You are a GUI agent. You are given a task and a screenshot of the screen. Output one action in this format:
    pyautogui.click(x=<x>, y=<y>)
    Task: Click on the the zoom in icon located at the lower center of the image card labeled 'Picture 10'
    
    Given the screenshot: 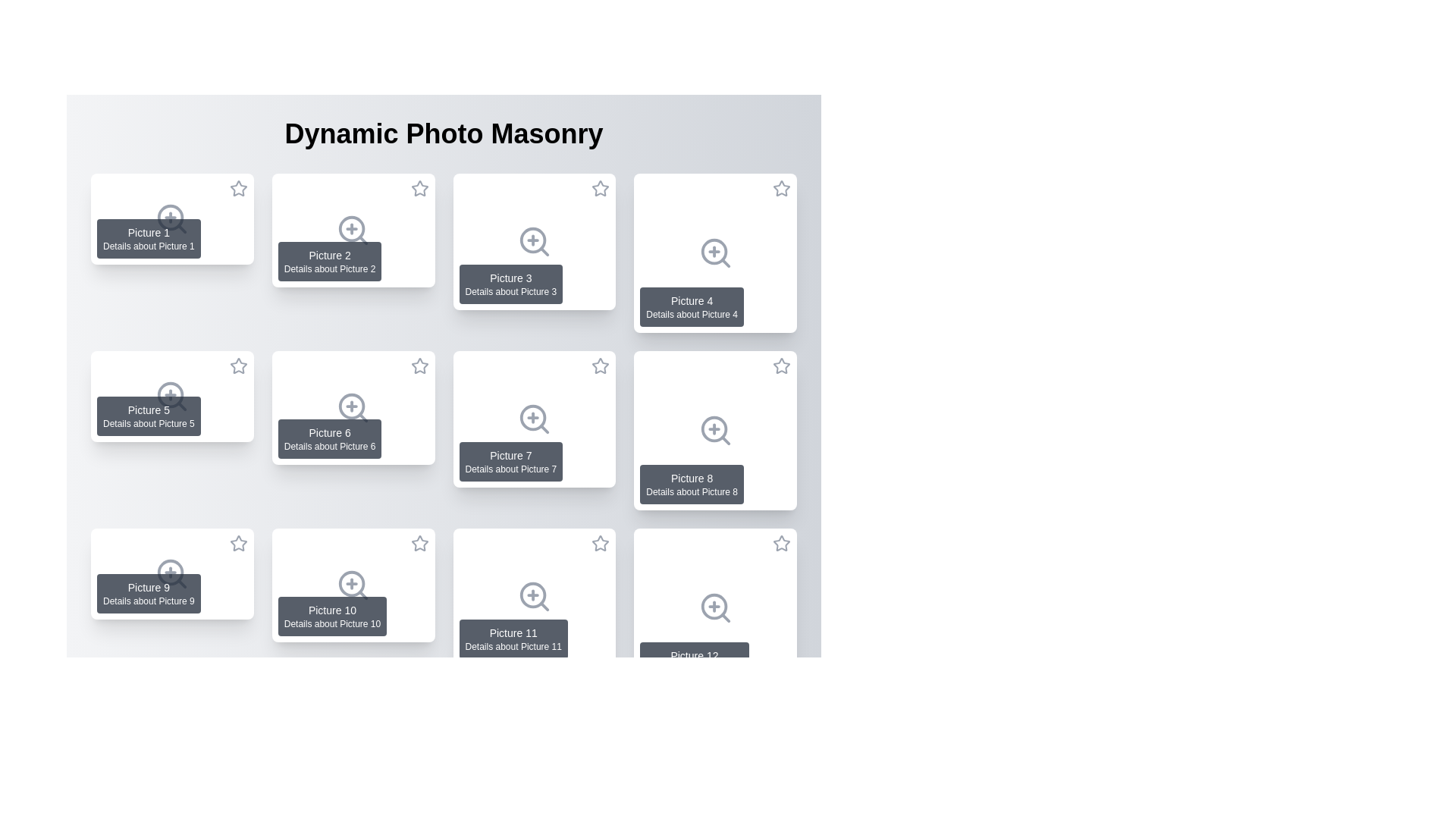 What is the action you would take?
    pyautogui.click(x=351, y=583)
    